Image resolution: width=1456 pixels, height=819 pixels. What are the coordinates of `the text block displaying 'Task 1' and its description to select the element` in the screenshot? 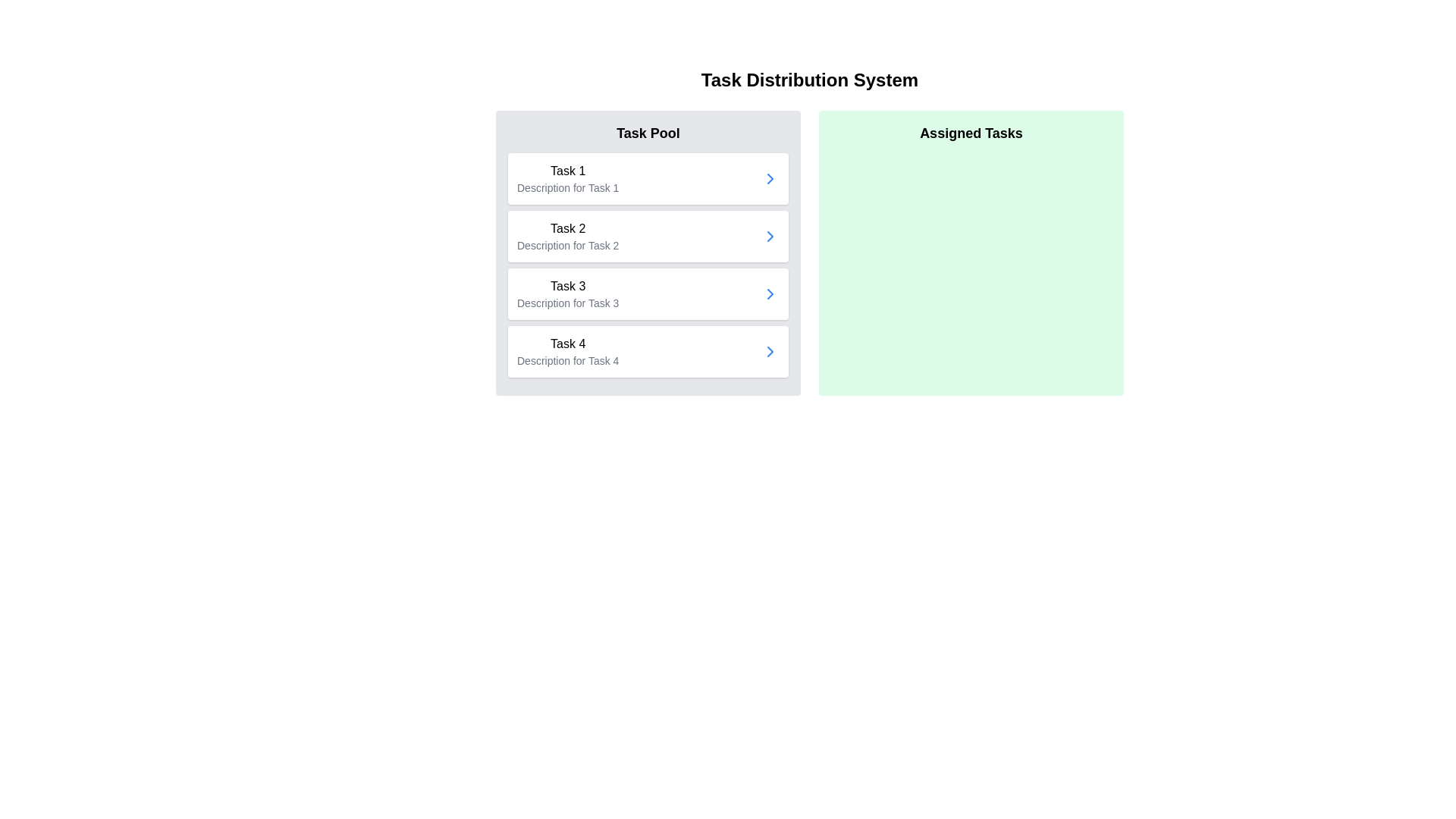 It's located at (567, 177).